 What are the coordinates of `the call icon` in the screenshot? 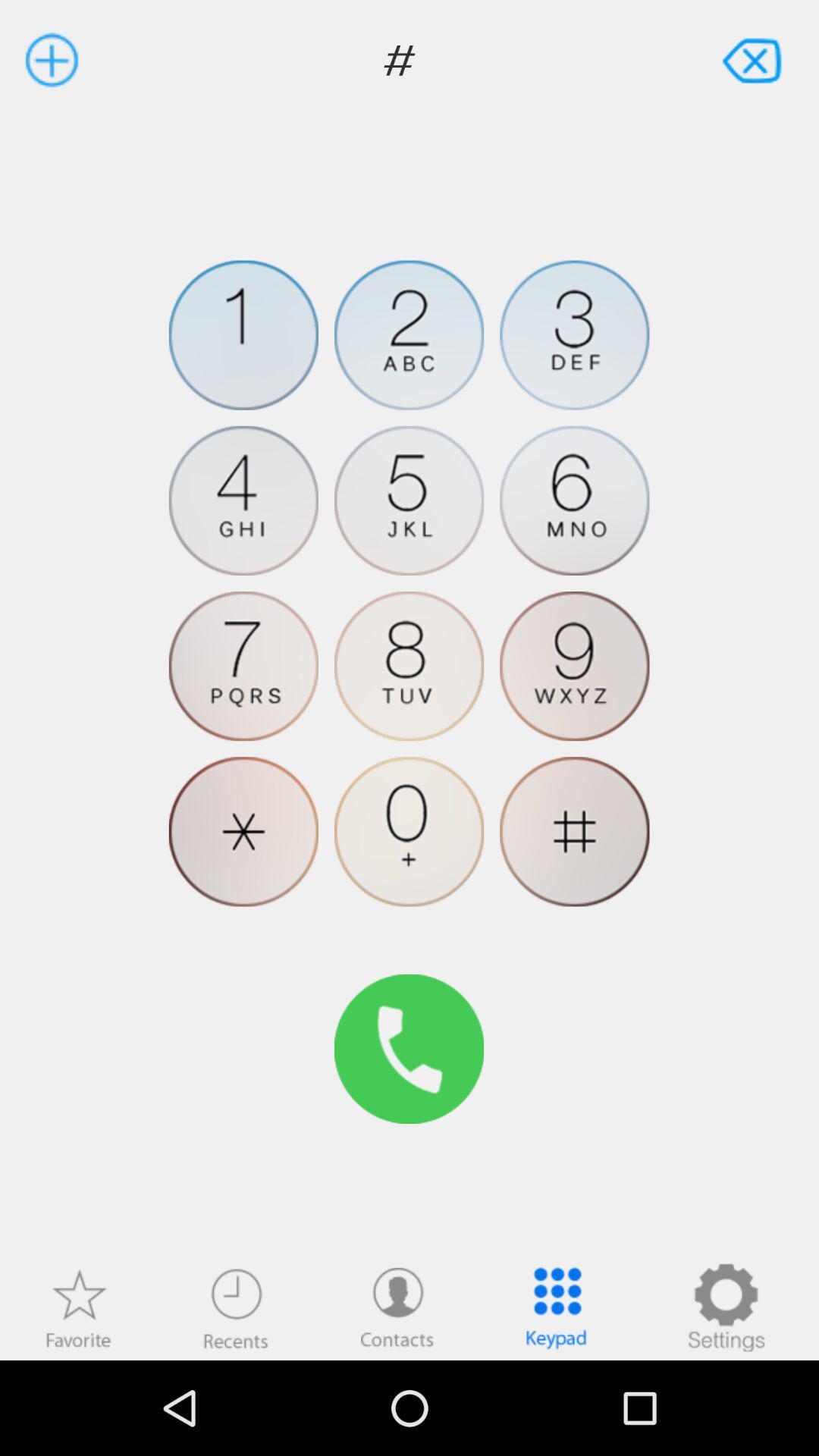 It's located at (408, 1122).